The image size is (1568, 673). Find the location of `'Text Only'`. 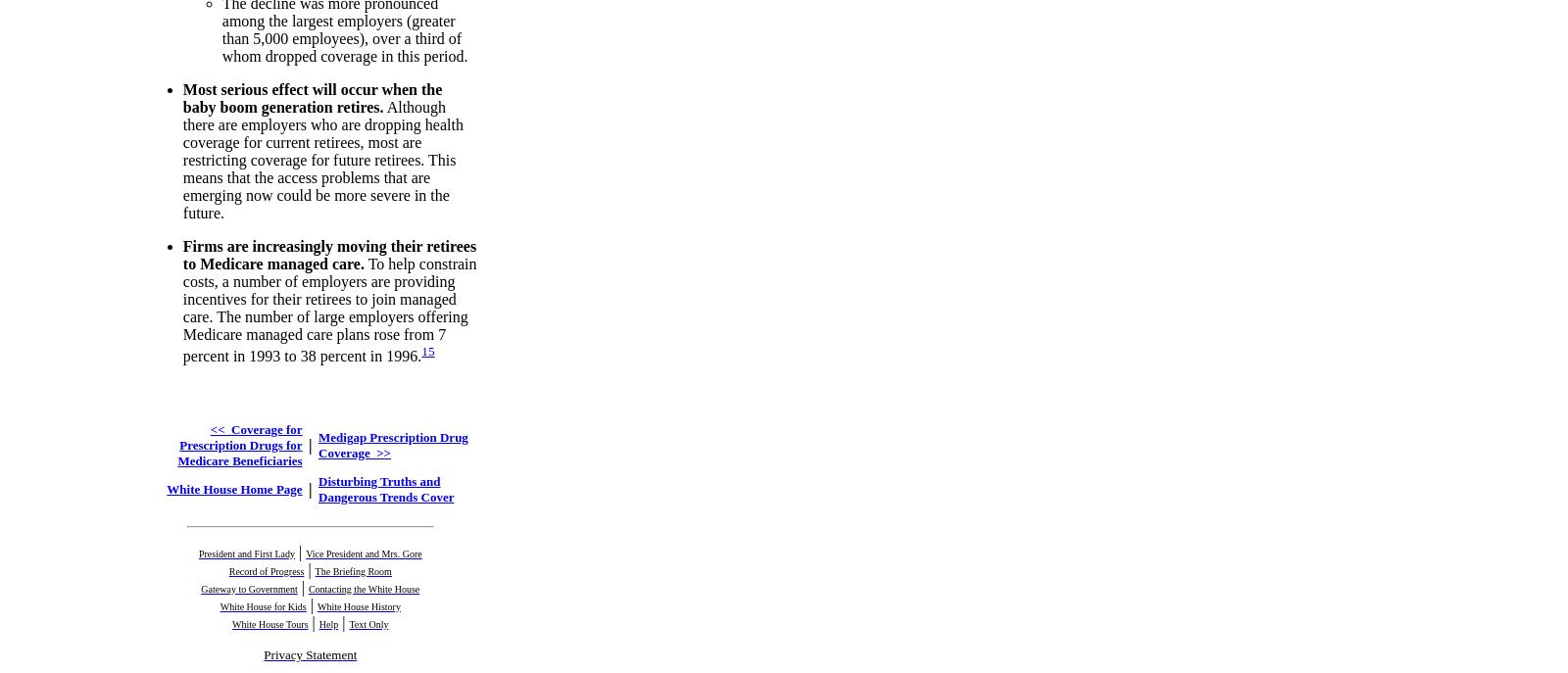

'Text Only' is located at coordinates (368, 623).